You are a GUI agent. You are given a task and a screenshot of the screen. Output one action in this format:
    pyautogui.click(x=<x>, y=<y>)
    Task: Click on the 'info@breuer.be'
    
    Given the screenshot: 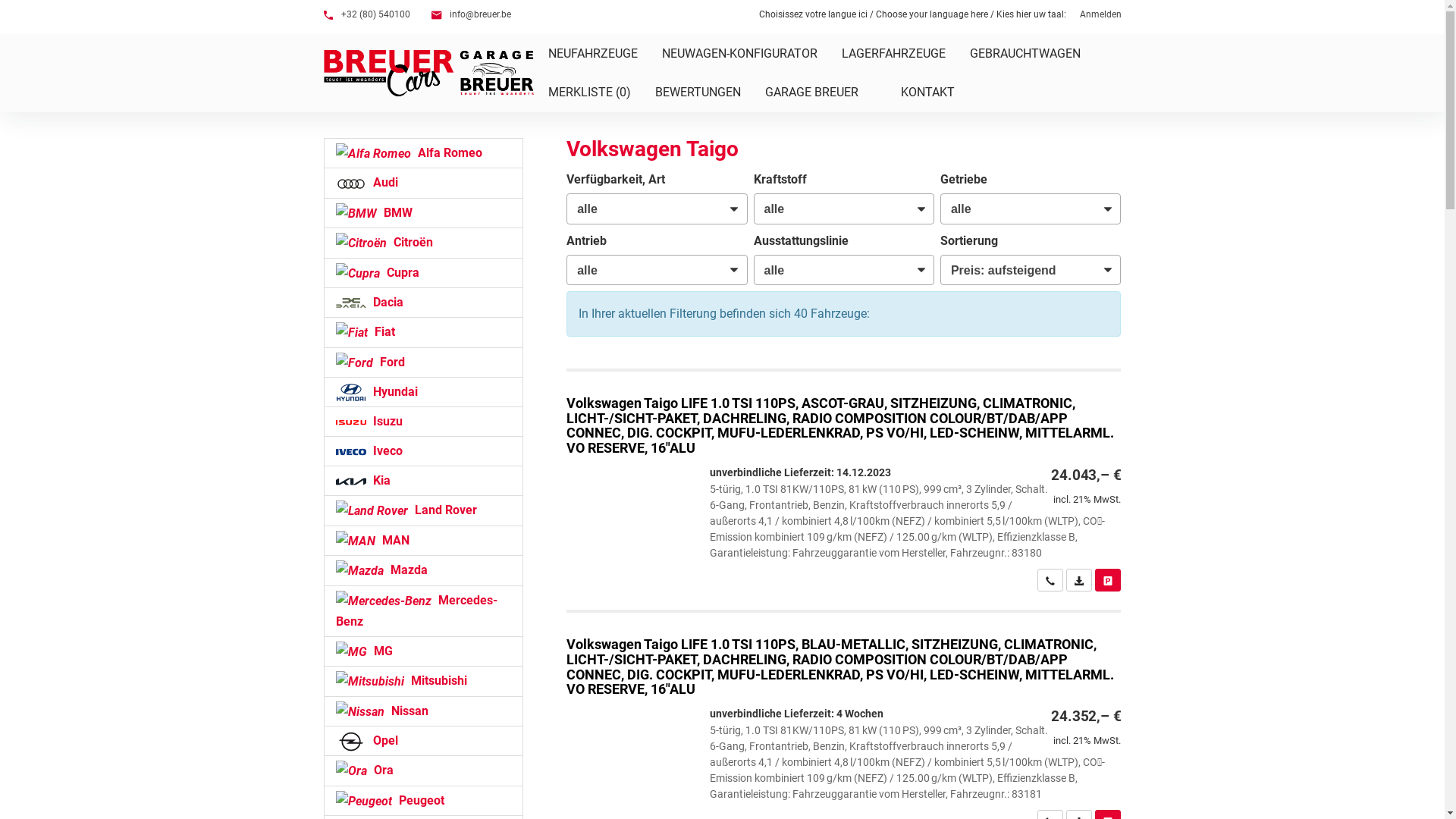 What is the action you would take?
    pyautogui.click(x=469, y=14)
    